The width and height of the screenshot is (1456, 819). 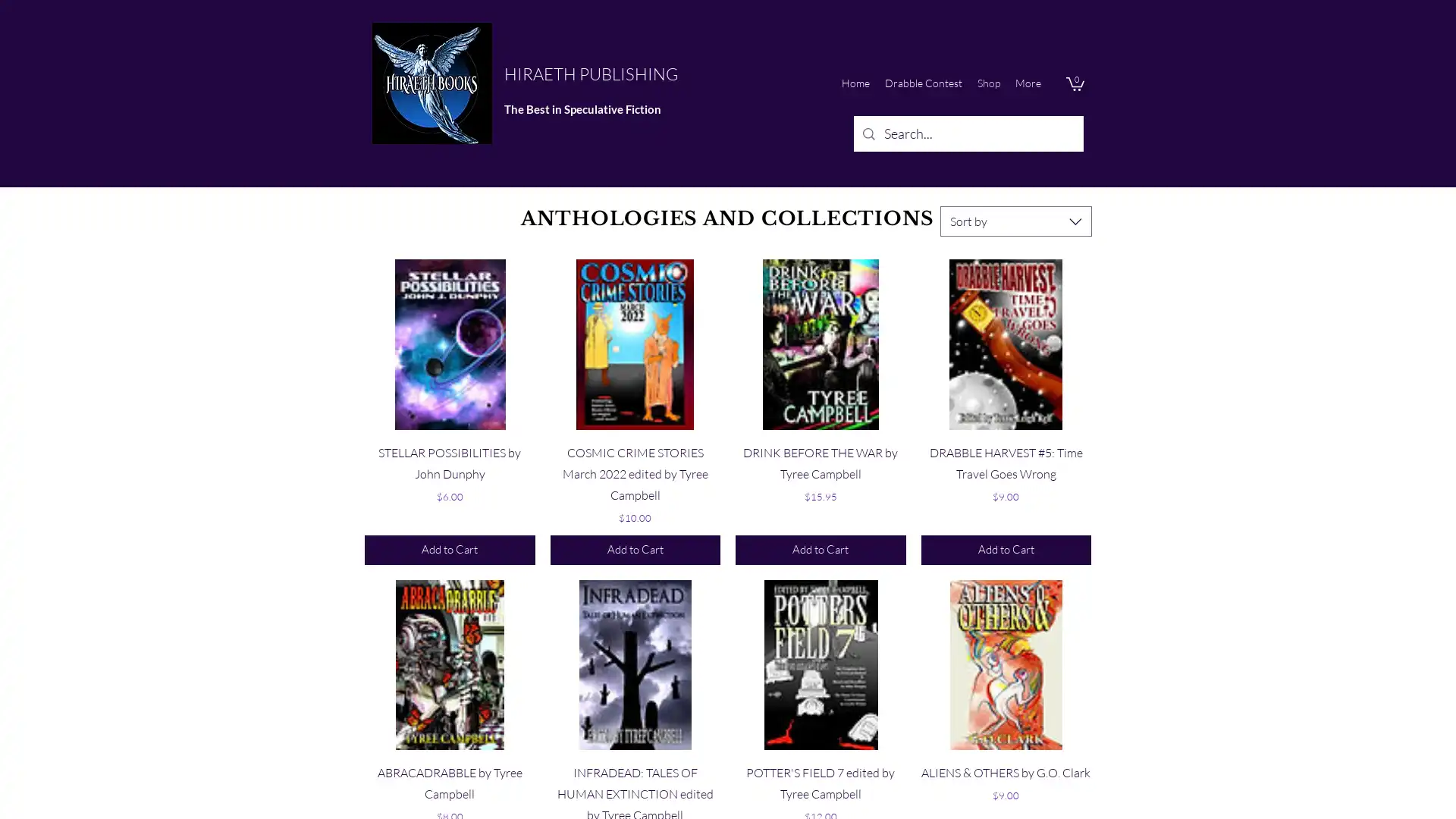 What do you see at coordinates (1006, 769) in the screenshot?
I see `Quick View` at bounding box center [1006, 769].